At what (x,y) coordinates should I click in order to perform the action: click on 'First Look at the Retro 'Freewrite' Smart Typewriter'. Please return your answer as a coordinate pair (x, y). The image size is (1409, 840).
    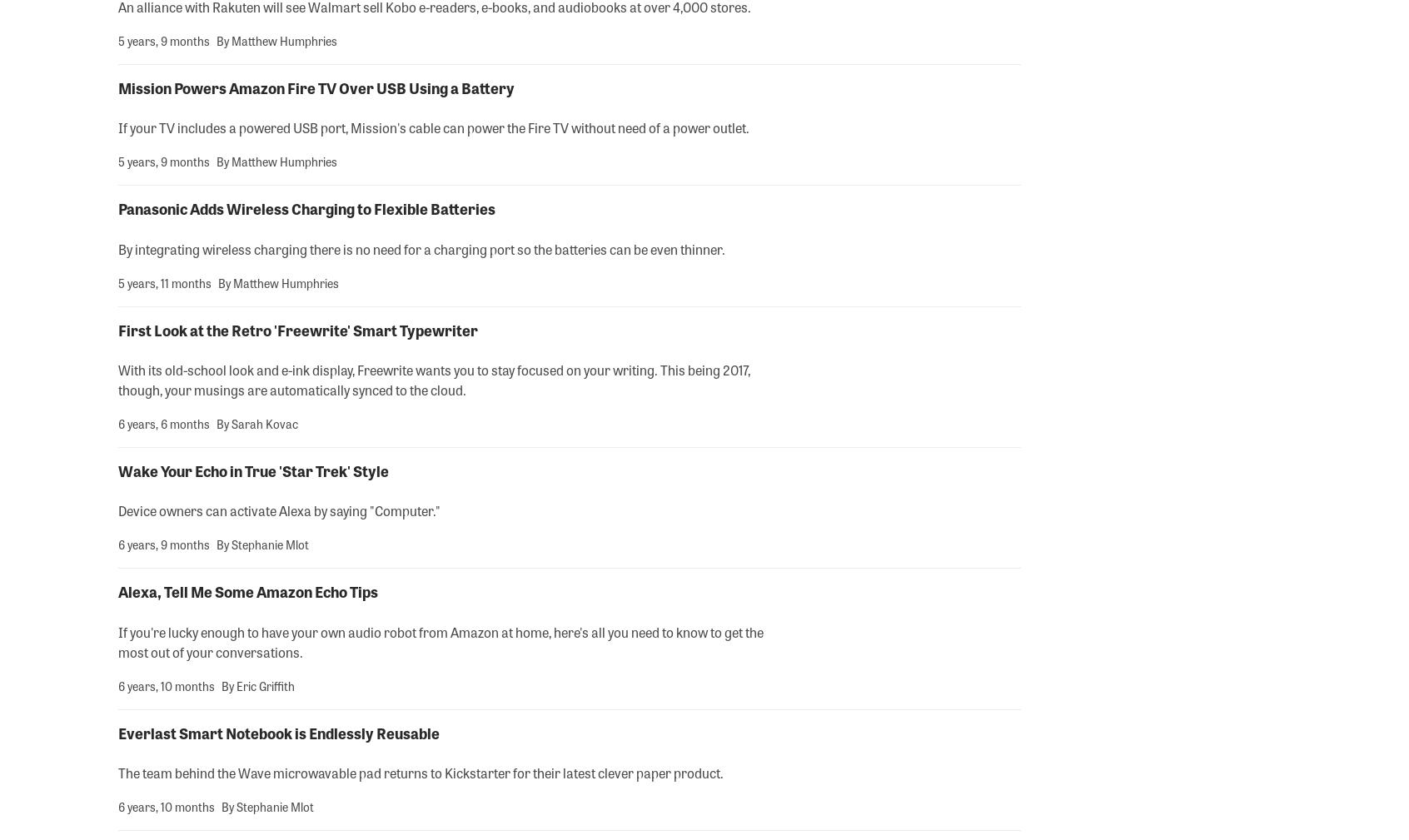
    Looking at the image, I should click on (298, 328).